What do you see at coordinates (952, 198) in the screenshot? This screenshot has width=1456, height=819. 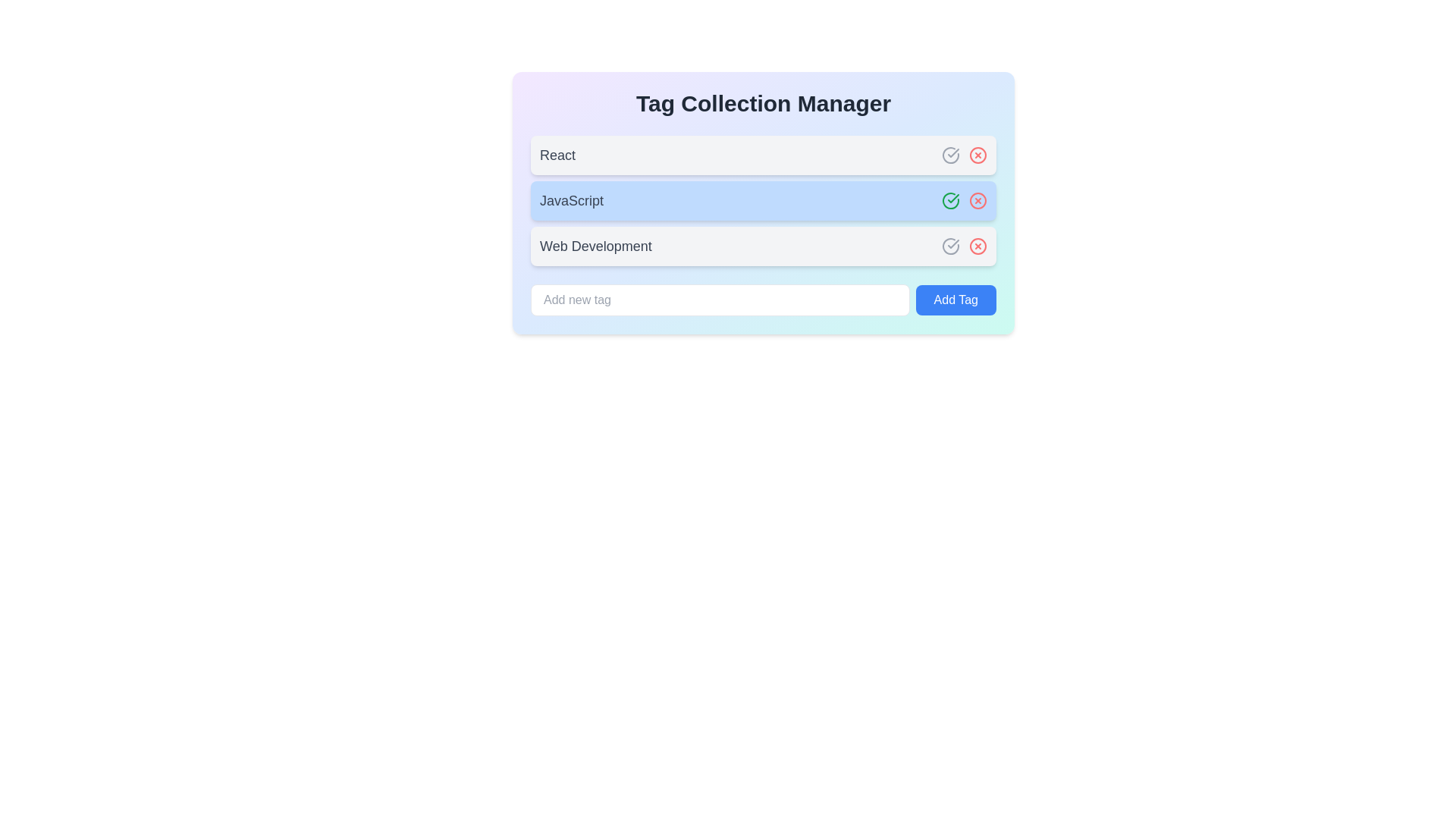 I see `the green checkmark icon located on the blue 'JavaScript' tag, which is positioned before the red delete button in the tag management component` at bounding box center [952, 198].